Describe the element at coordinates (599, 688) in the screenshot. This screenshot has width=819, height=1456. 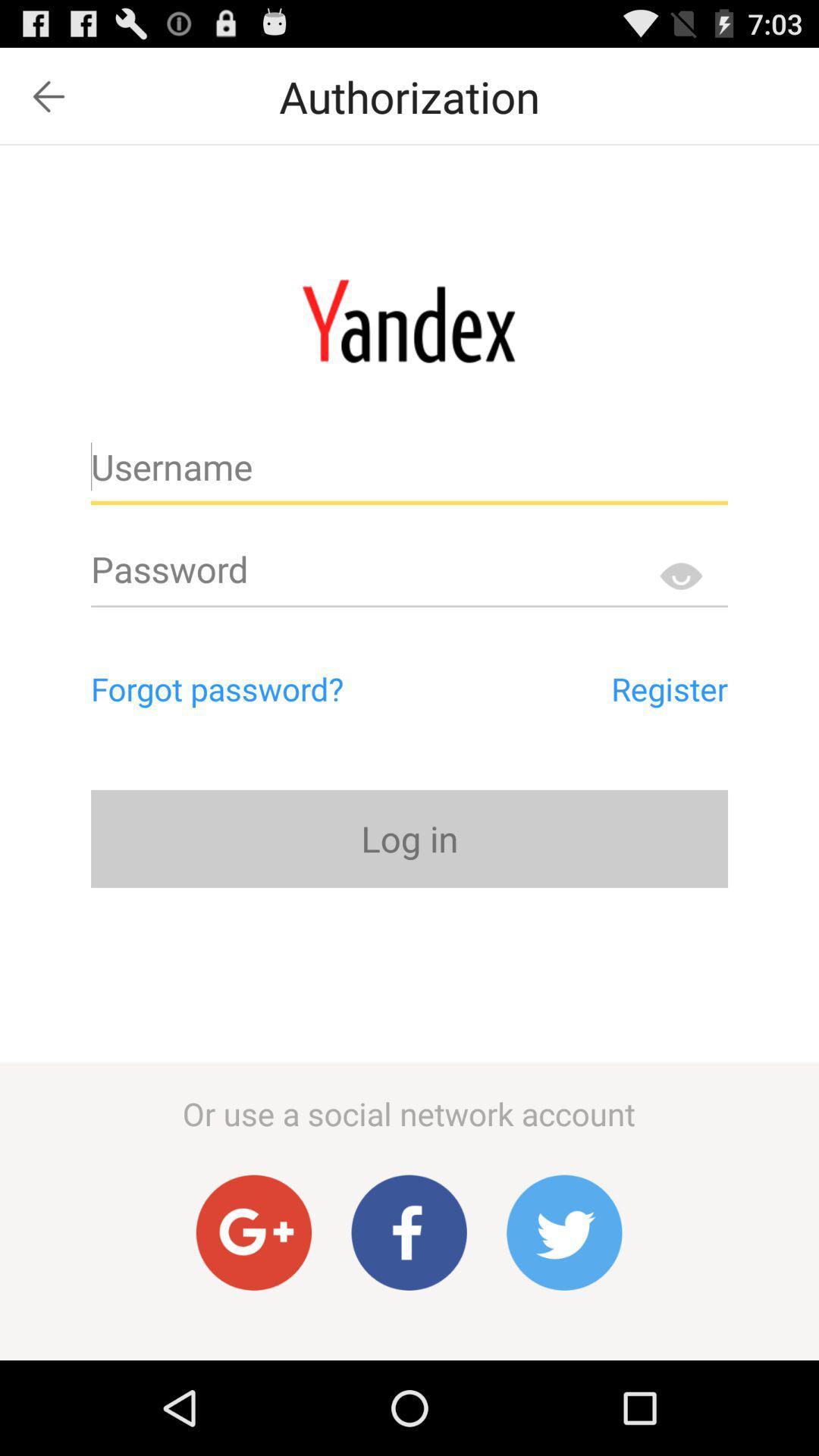
I see `item above the log in button` at that location.